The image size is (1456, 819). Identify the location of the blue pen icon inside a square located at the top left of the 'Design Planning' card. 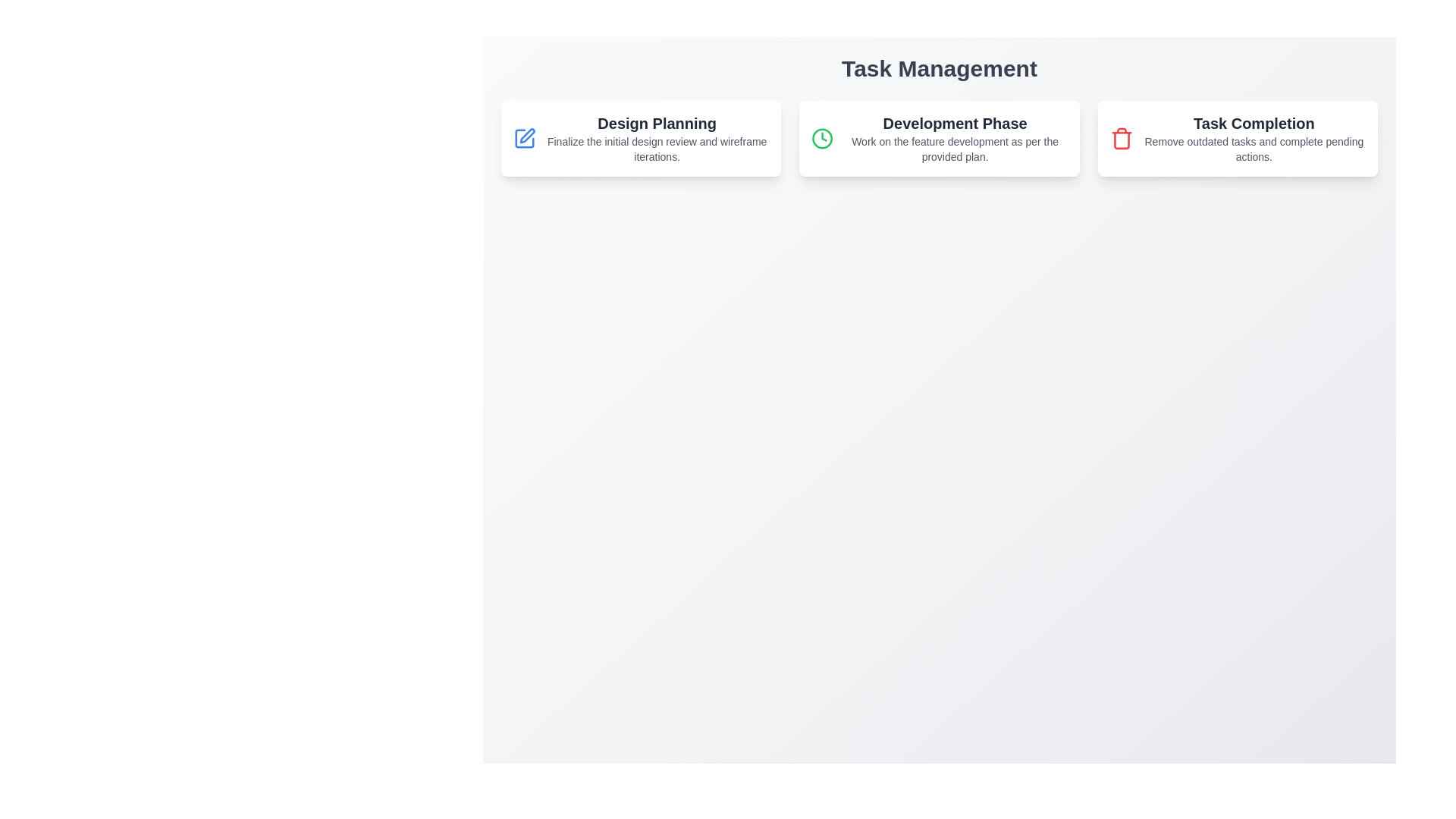
(524, 138).